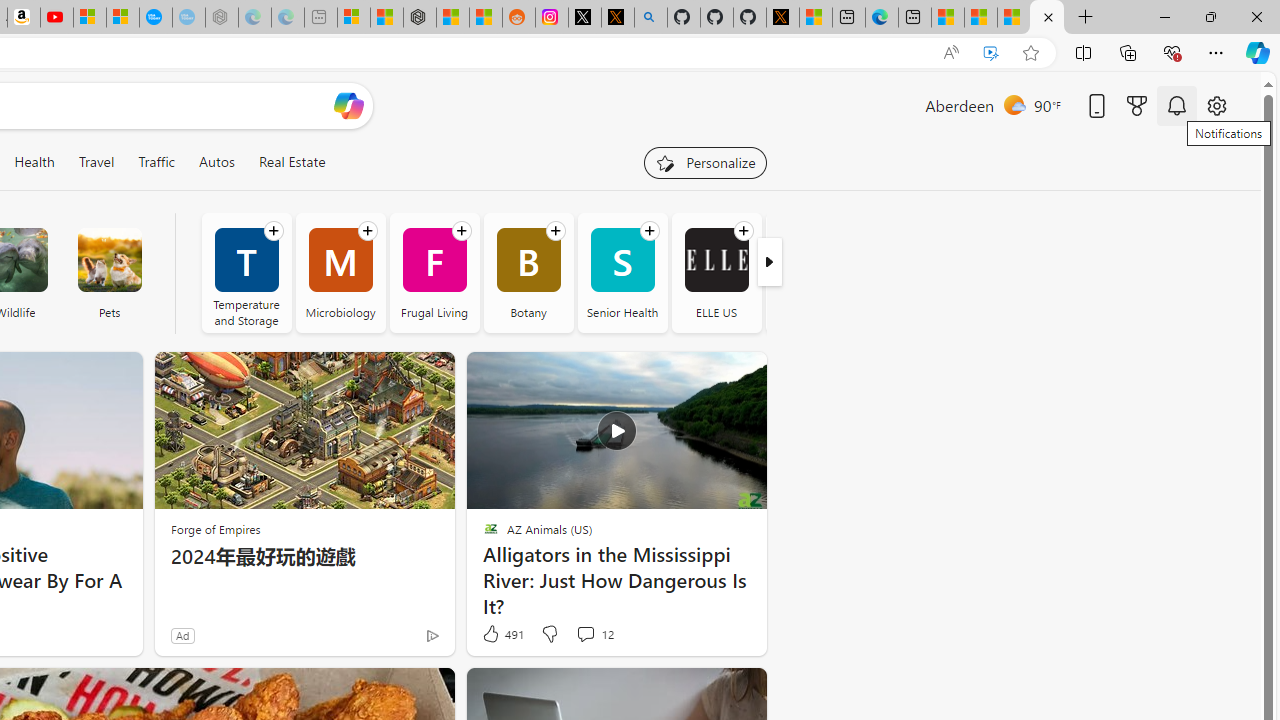 This screenshot has width=1280, height=720. Describe the element at coordinates (650, 17) in the screenshot. I see `'github - Search'` at that location.